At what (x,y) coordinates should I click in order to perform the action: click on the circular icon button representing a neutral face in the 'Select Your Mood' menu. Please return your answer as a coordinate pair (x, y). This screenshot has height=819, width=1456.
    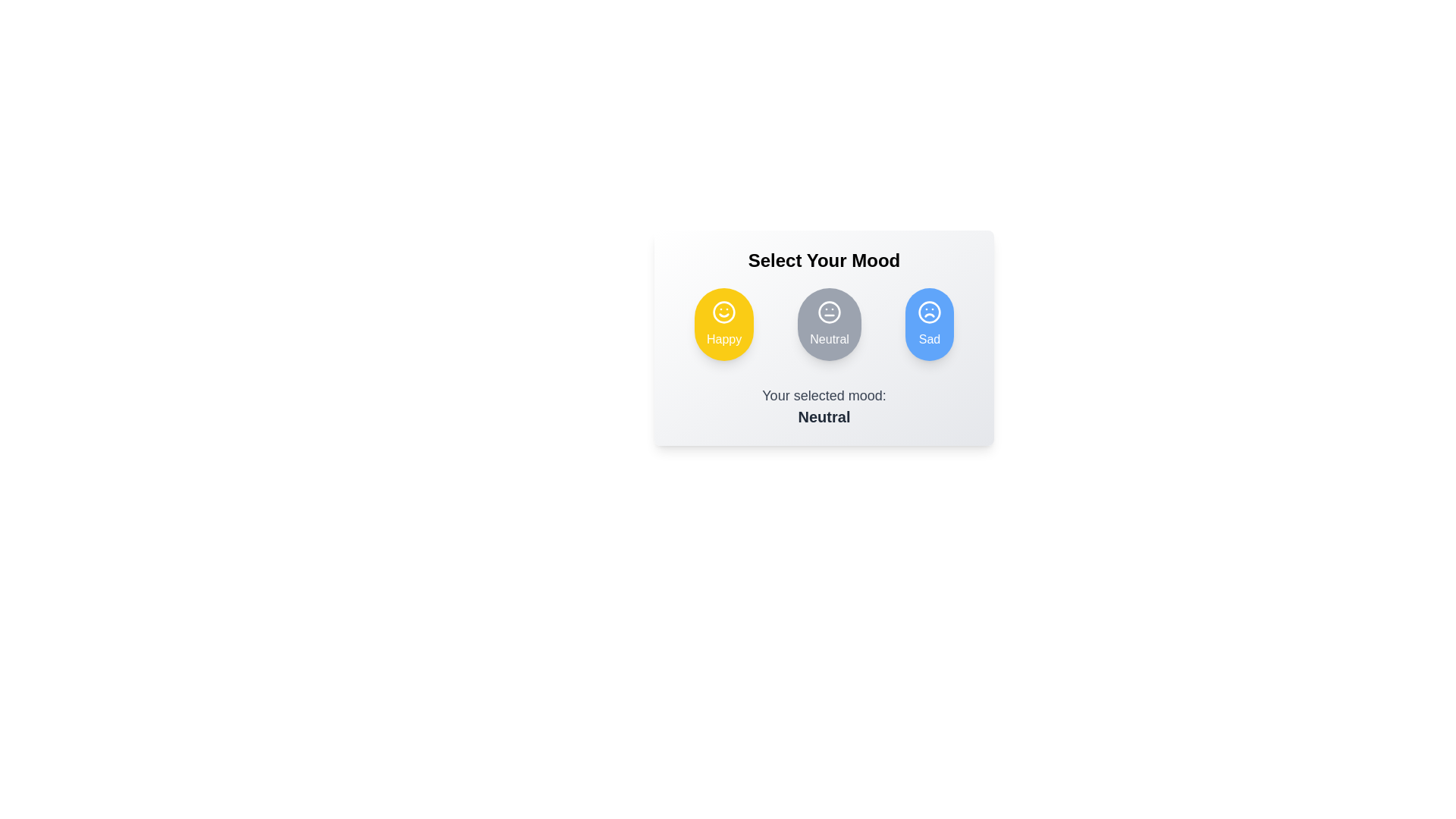
    Looking at the image, I should click on (829, 312).